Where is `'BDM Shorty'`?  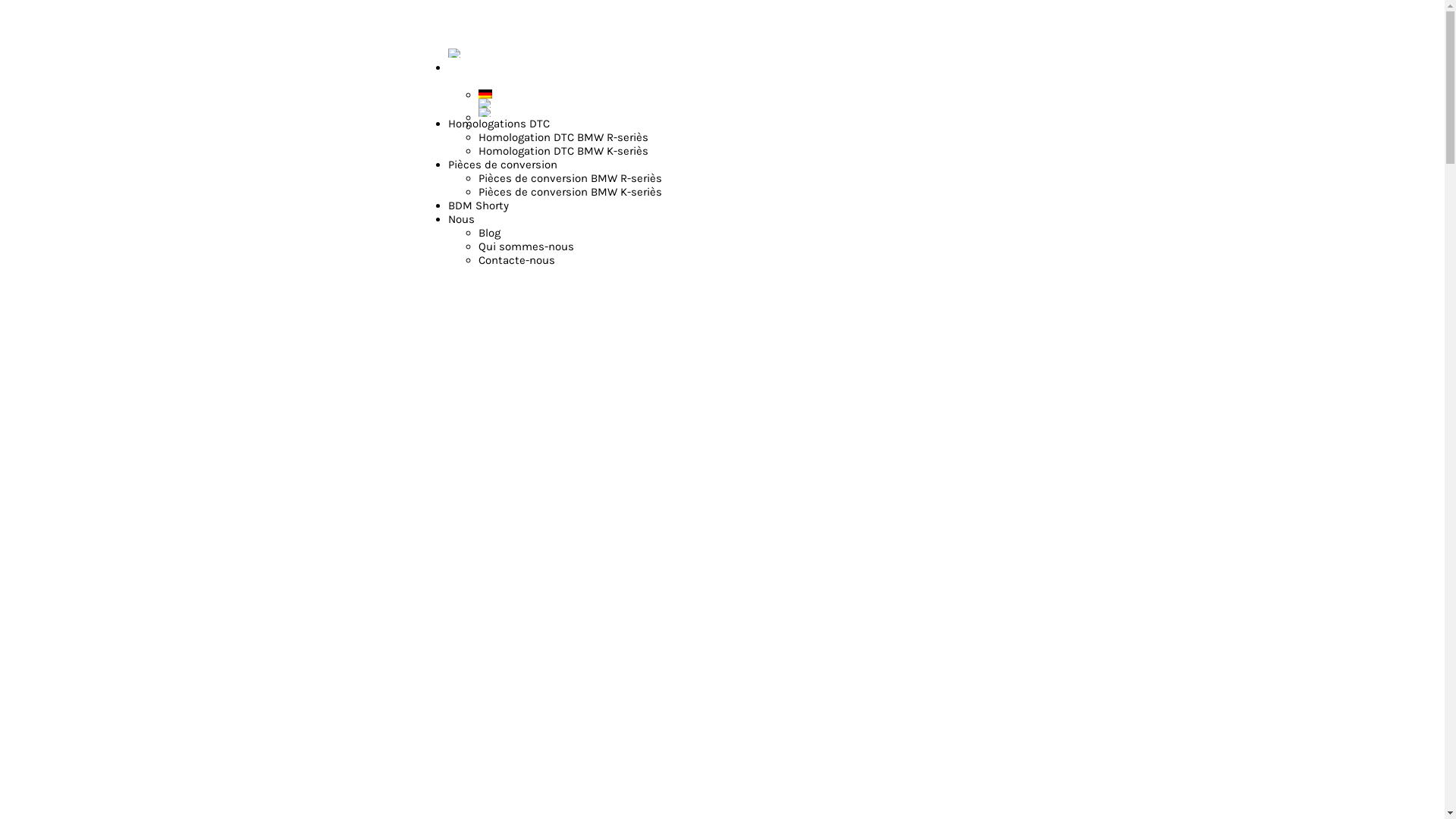
'BDM Shorty' is located at coordinates (477, 205).